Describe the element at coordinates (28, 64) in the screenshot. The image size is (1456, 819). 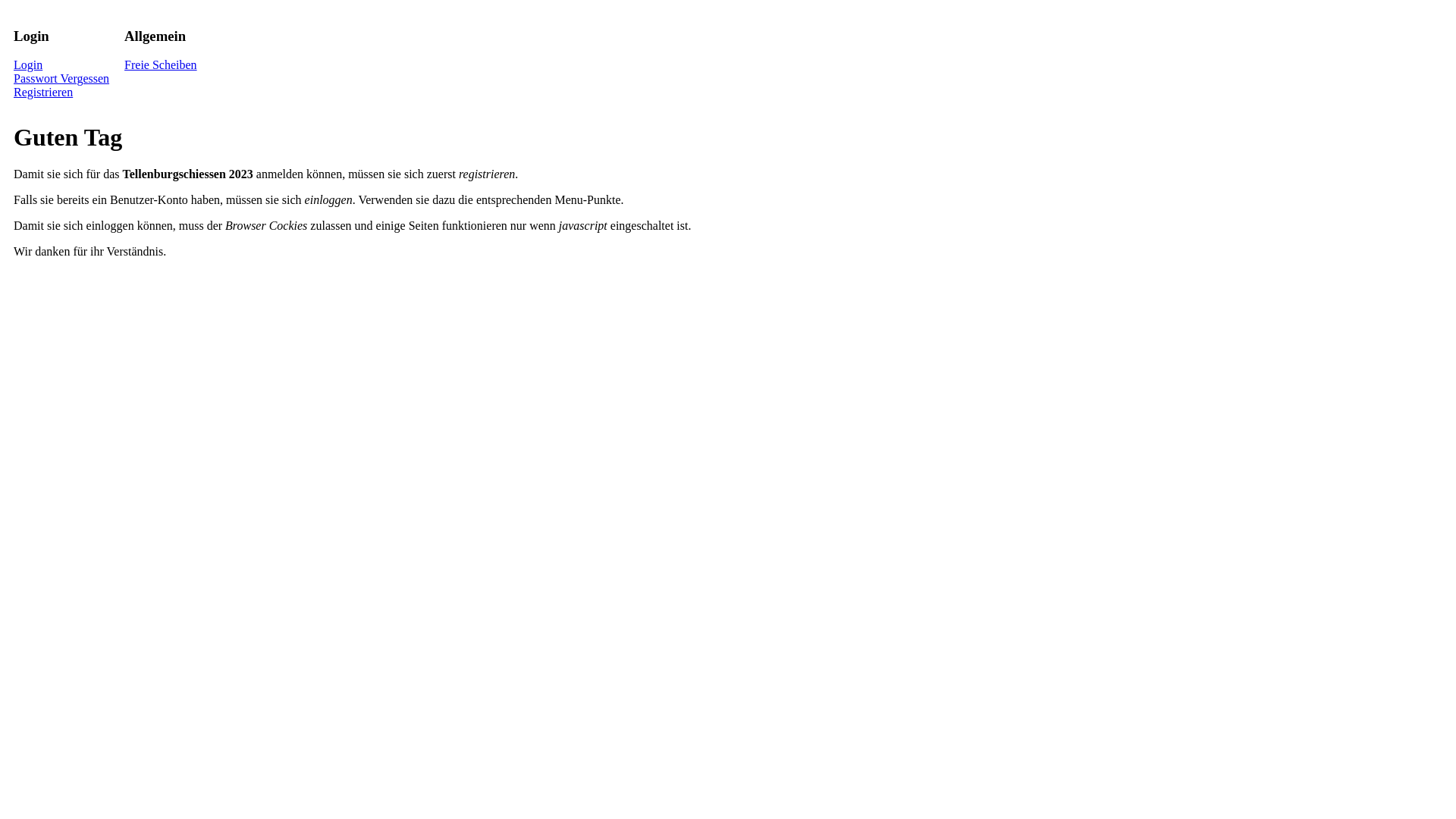
I see `'Login'` at that location.